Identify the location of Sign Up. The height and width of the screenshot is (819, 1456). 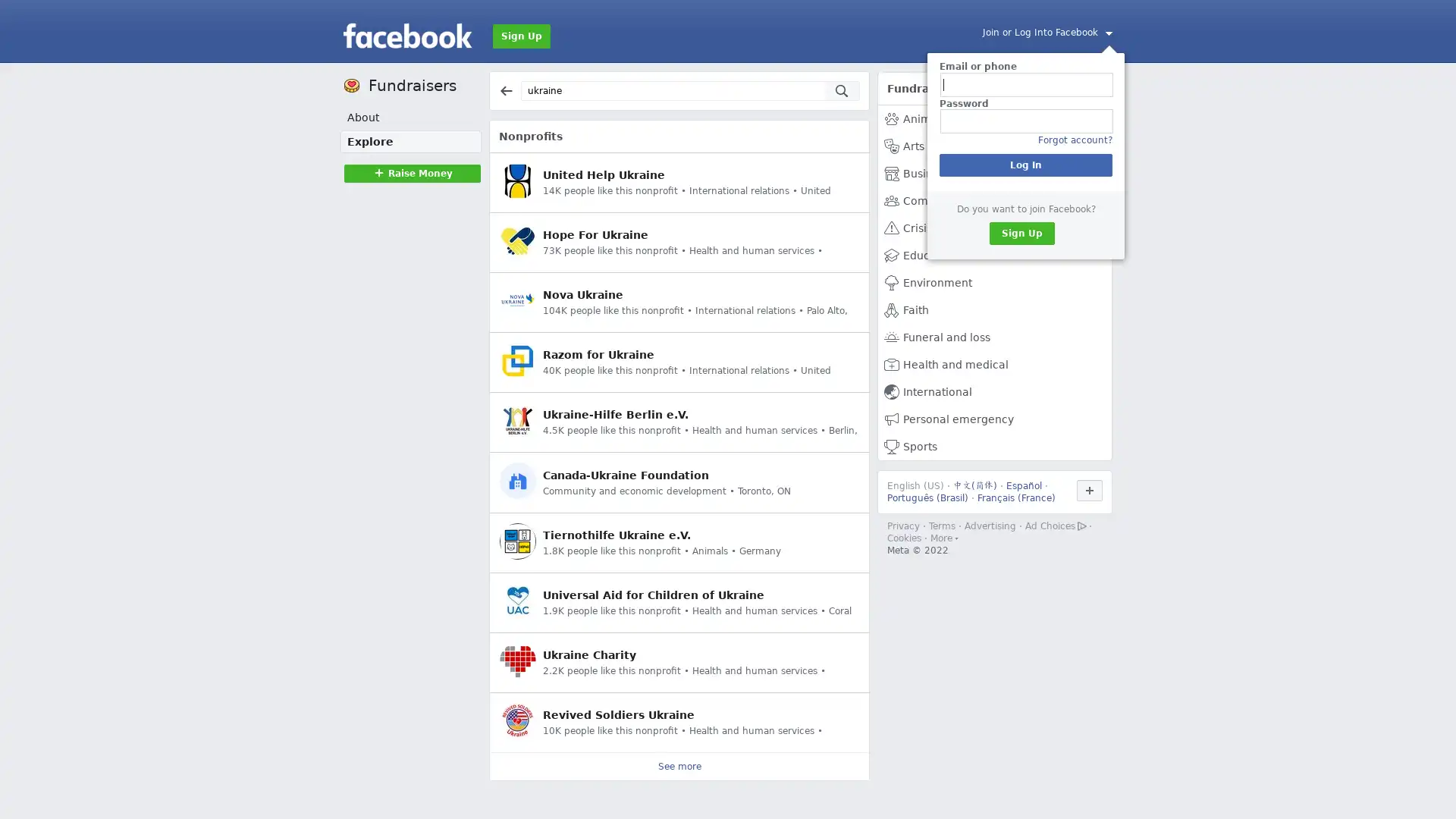
(521, 35).